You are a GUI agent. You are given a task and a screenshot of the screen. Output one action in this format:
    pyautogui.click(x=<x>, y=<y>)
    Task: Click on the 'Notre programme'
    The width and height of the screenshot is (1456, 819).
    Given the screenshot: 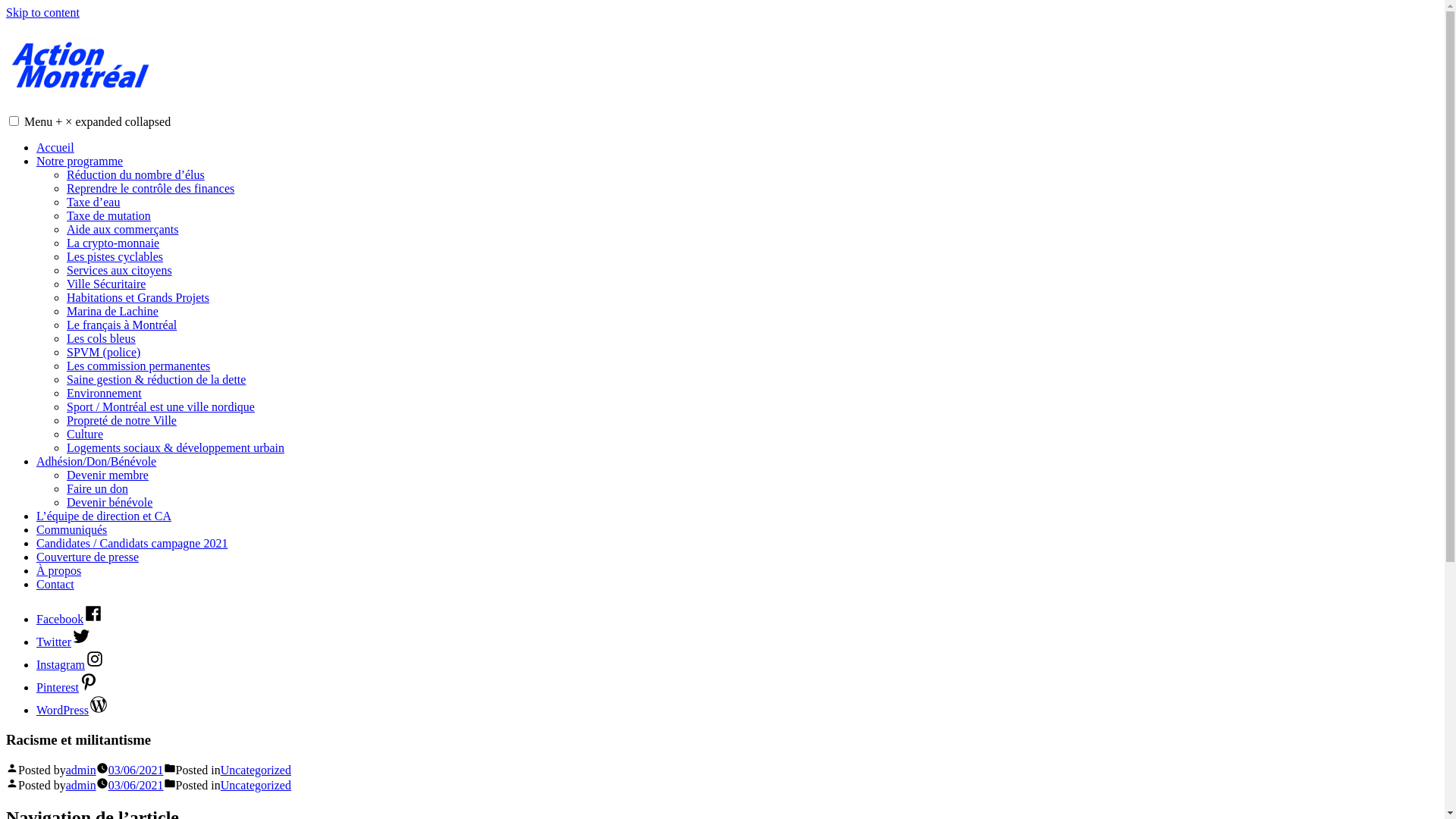 What is the action you would take?
    pyautogui.click(x=79, y=161)
    